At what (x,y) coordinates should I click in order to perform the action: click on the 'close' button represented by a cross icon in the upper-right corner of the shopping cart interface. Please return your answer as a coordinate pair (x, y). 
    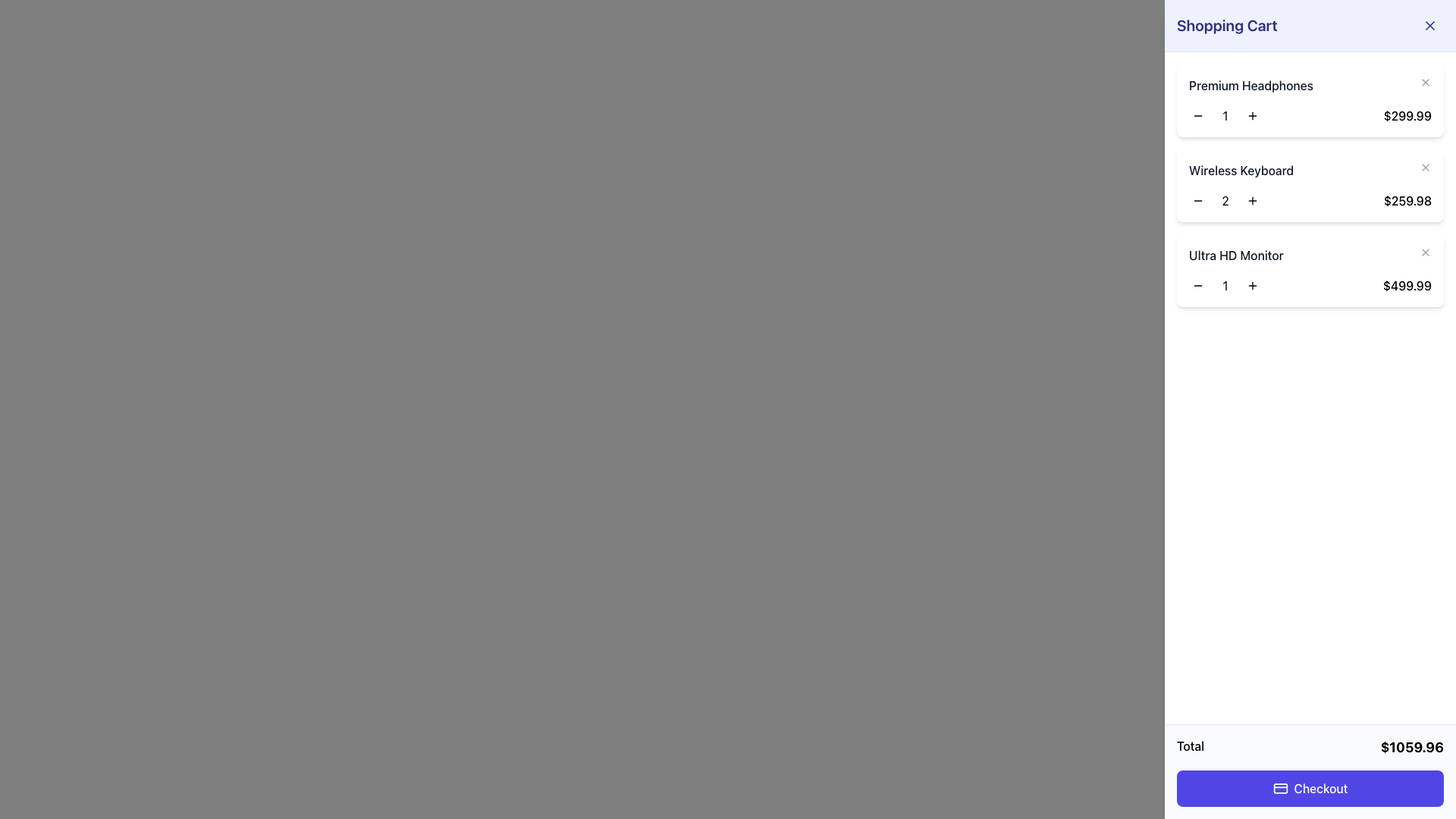
    Looking at the image, I should click on (1429, 26).